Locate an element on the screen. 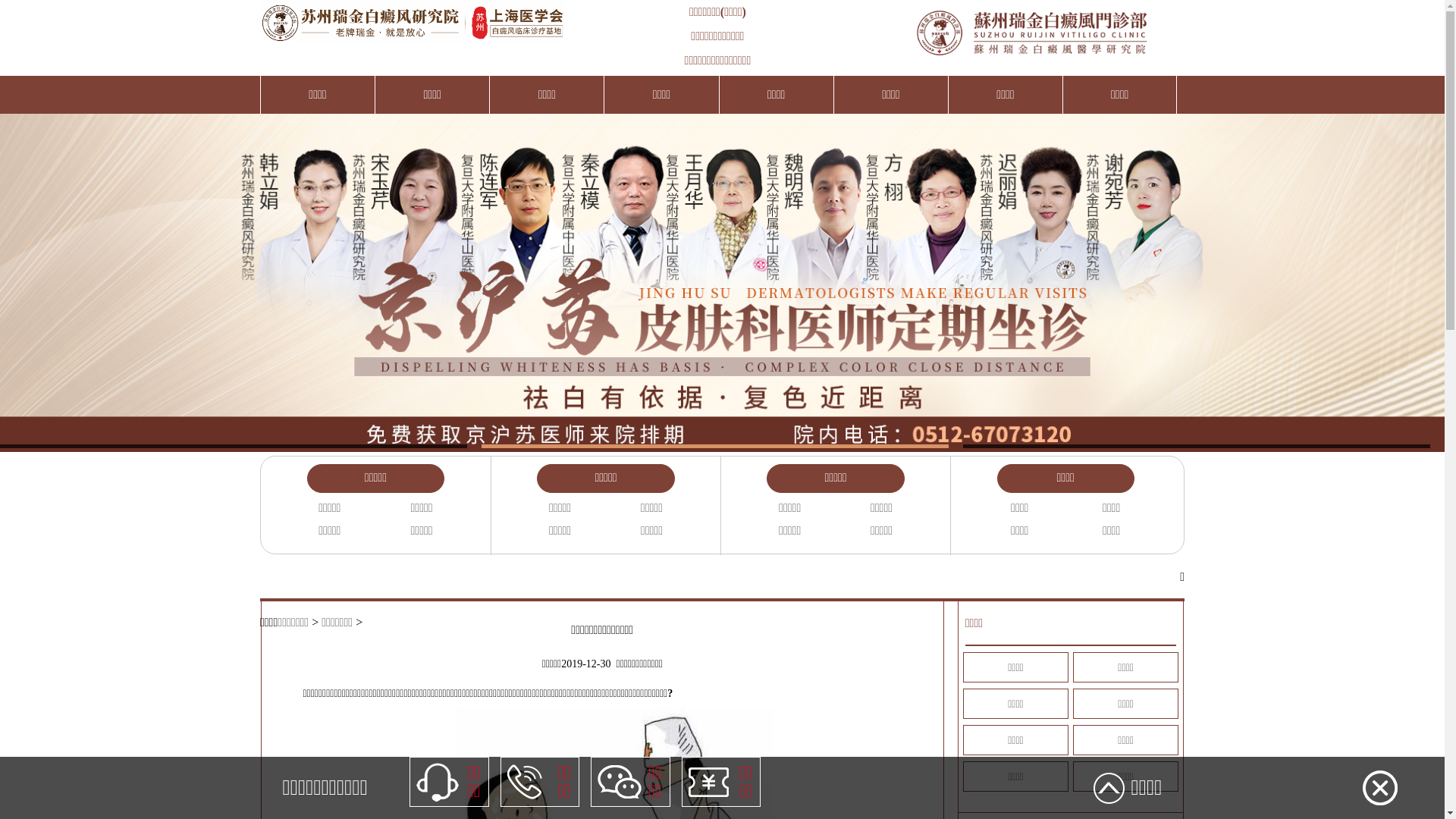 This screenshot has height=819, width=1456. 'banner1' is located at coordinates (721, 275).